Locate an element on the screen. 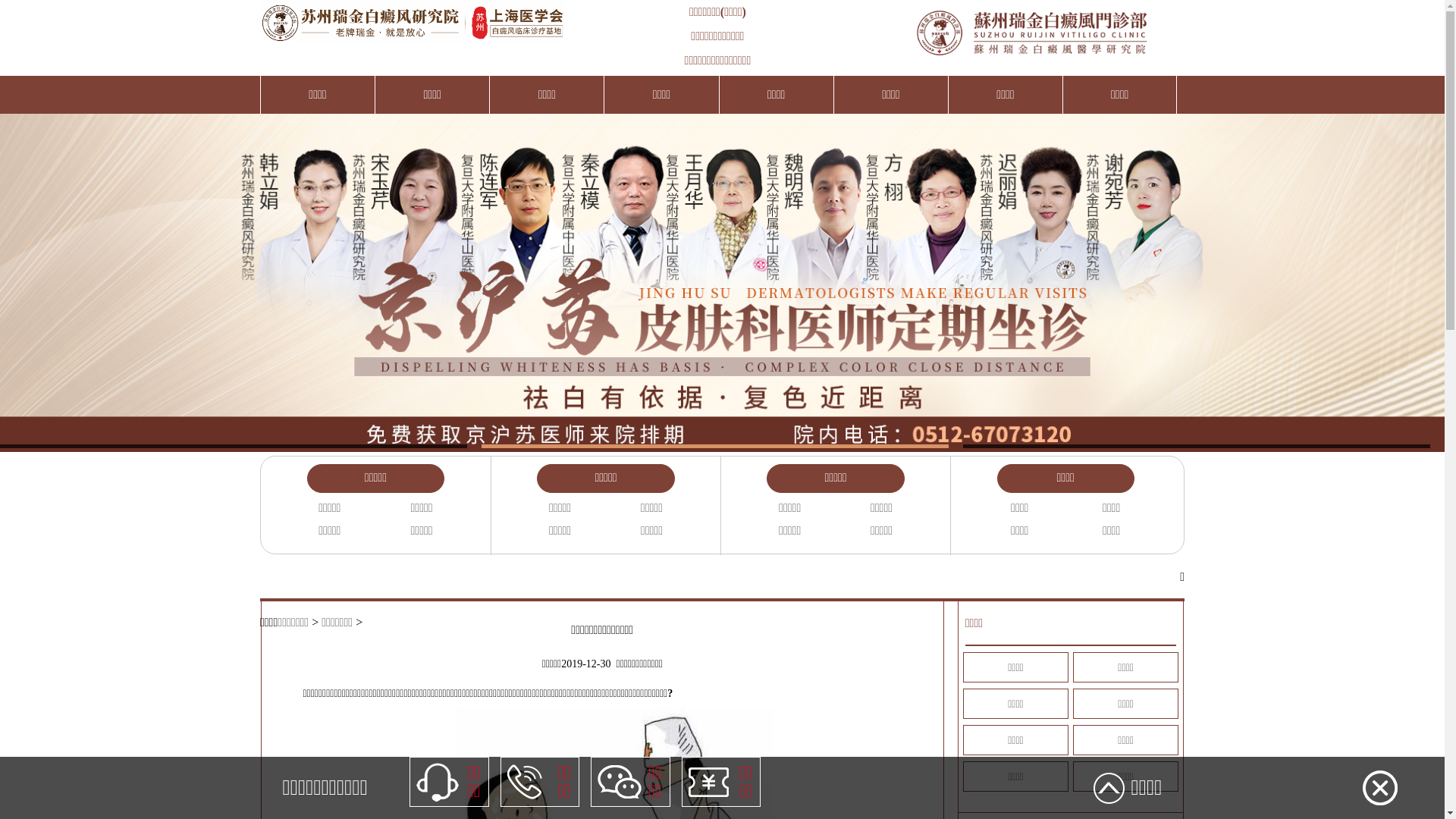 This screenshot has height=819, width=1456. 'banner1' is located at coordinates (721, 275).